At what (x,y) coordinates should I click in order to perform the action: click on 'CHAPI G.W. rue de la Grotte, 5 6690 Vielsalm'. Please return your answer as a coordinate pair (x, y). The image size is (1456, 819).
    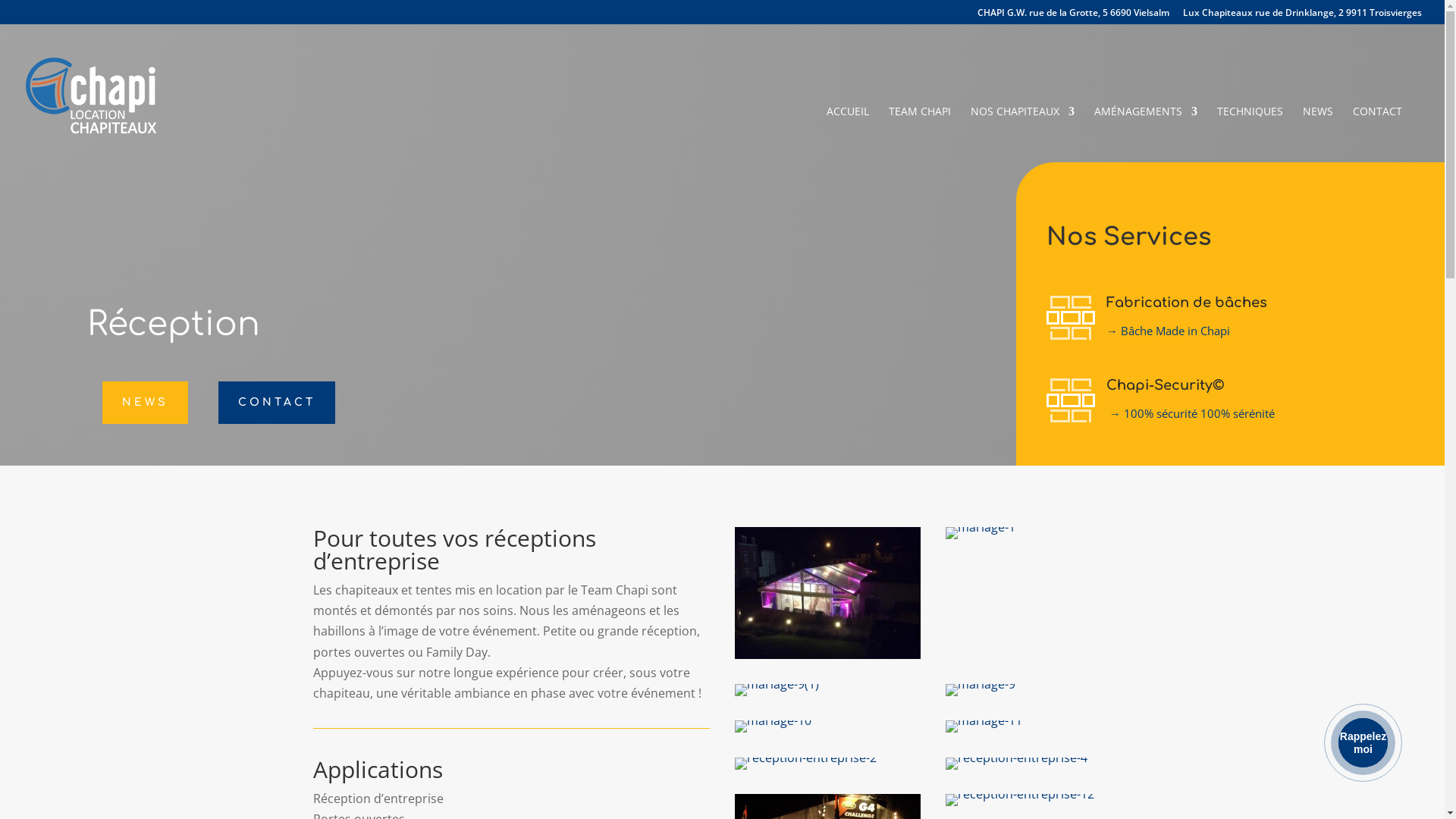
    Looking at the image, I should click on (977, 15).